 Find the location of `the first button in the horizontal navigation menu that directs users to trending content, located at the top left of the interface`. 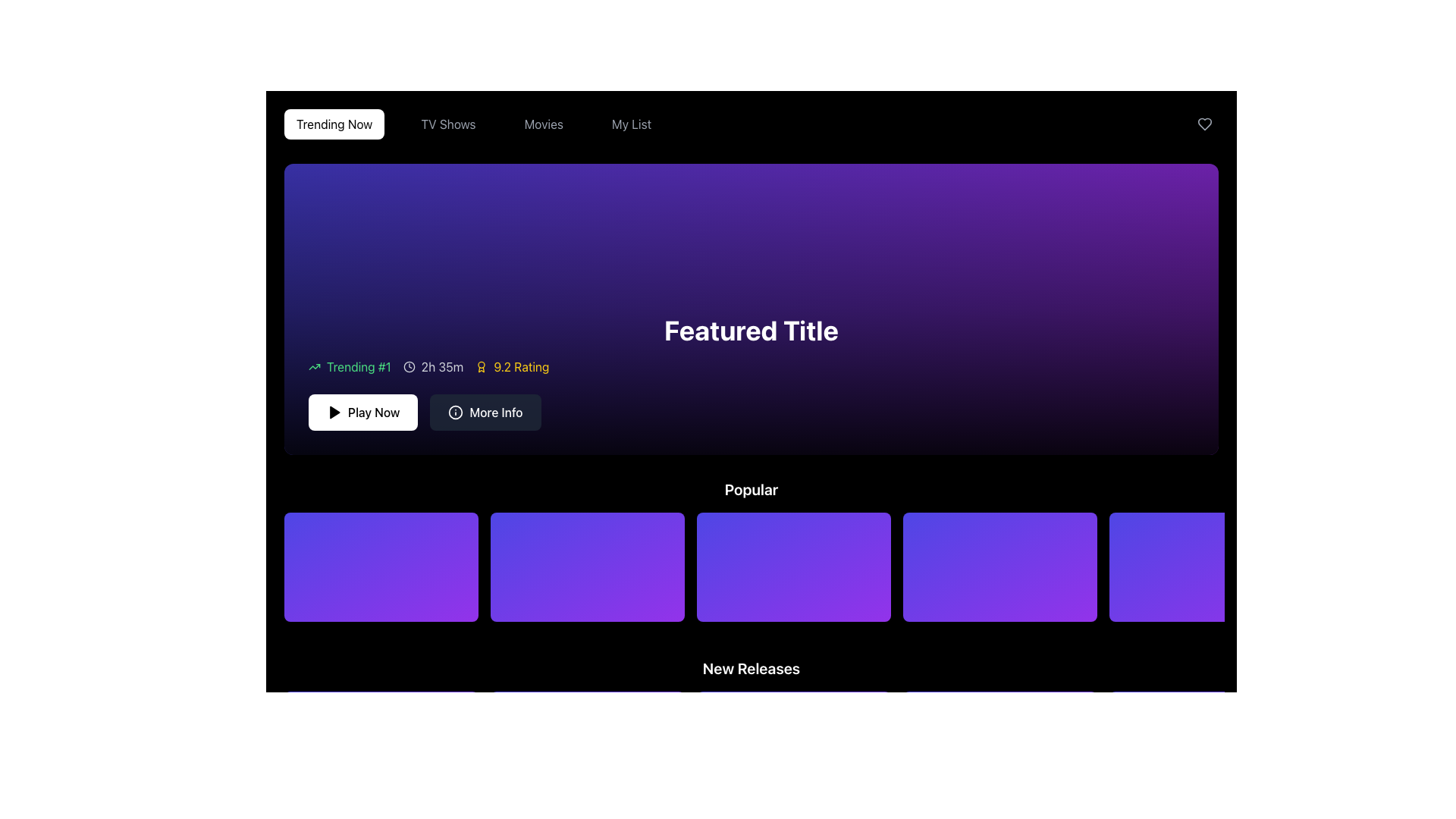

the first button in the horizontal navigation menu that directs users to trending content, located at the top left of the interface is located at coordinates (334, 124).